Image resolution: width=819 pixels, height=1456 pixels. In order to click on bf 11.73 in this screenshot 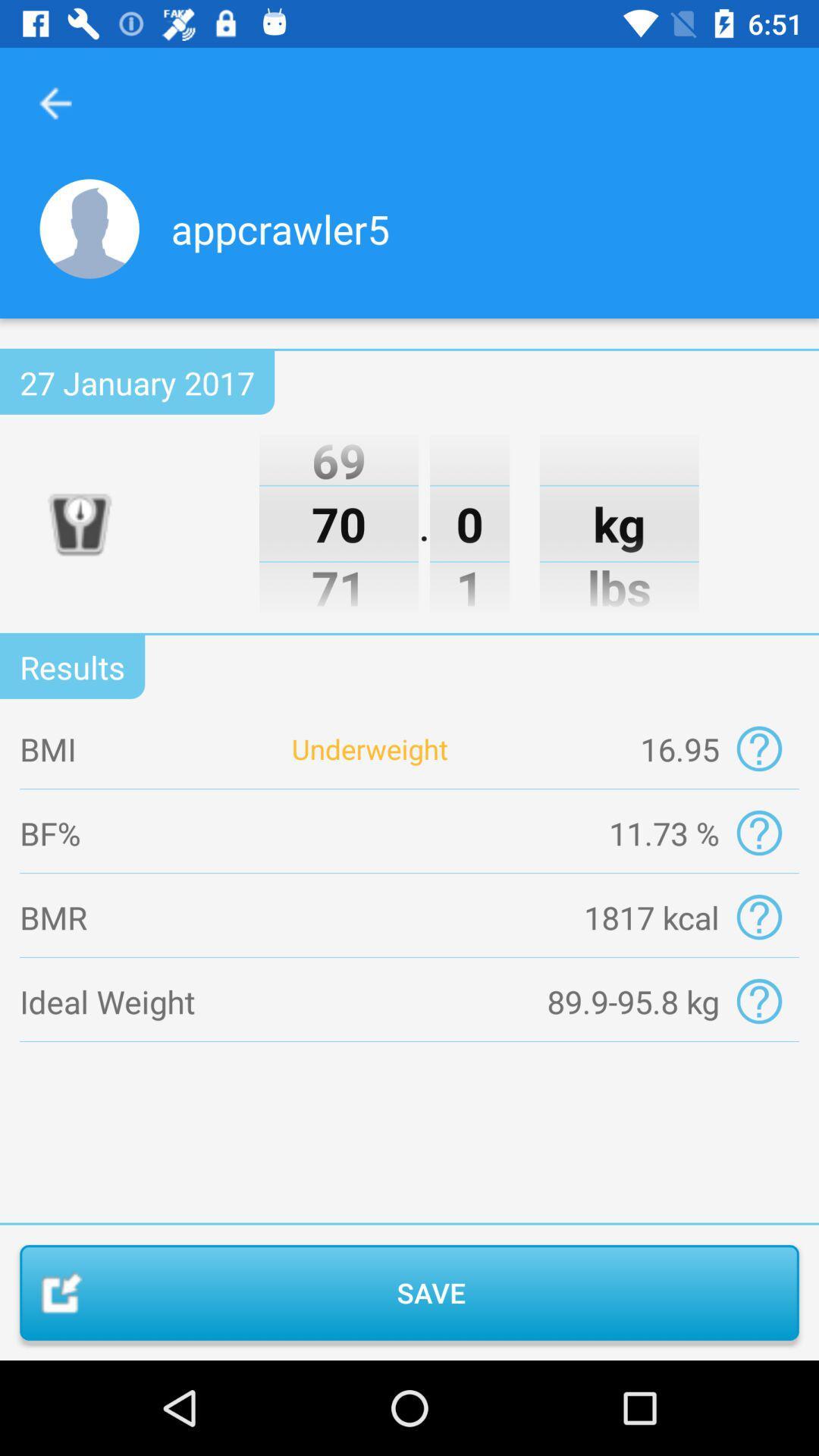, I will do `click(759, 832)`.